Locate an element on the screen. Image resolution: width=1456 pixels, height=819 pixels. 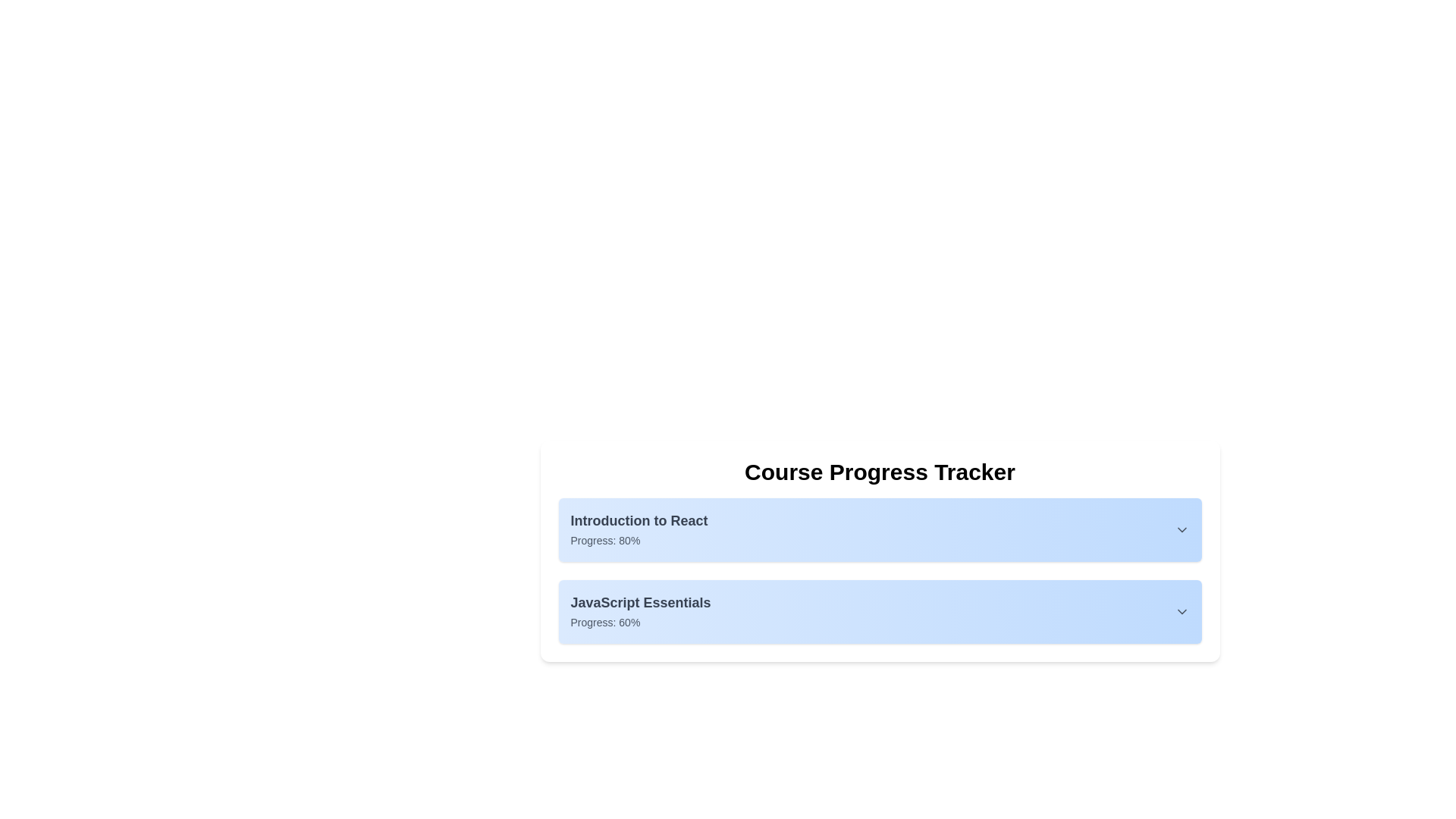
the text display element showing the course title 'Introduction to React' and its progress '80%' in the course progress tracker, located in the first row of the course list is located at coordinates (639, 529).